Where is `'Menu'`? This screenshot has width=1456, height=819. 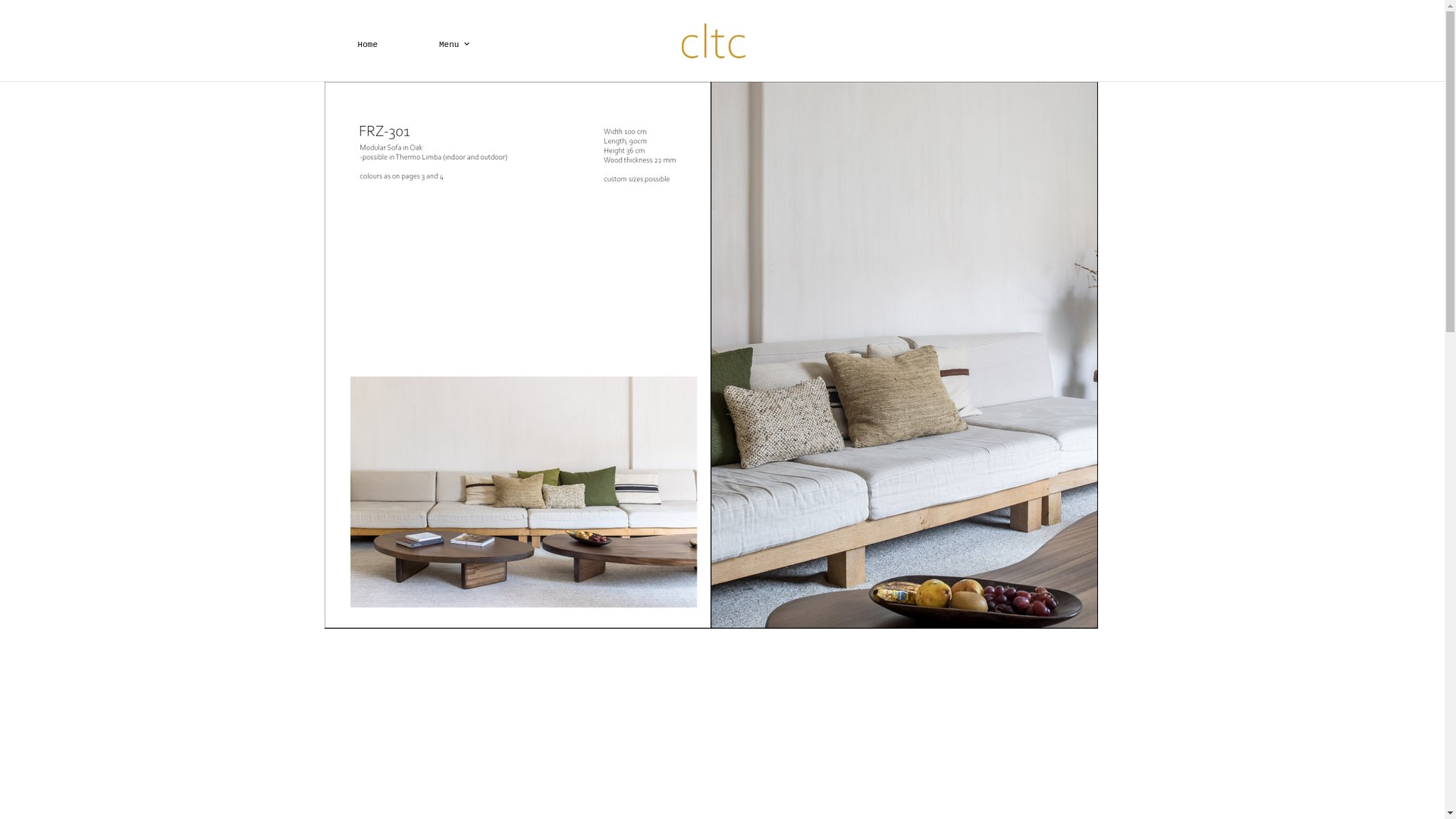 'Menu' is located at coordinates (408, 43).